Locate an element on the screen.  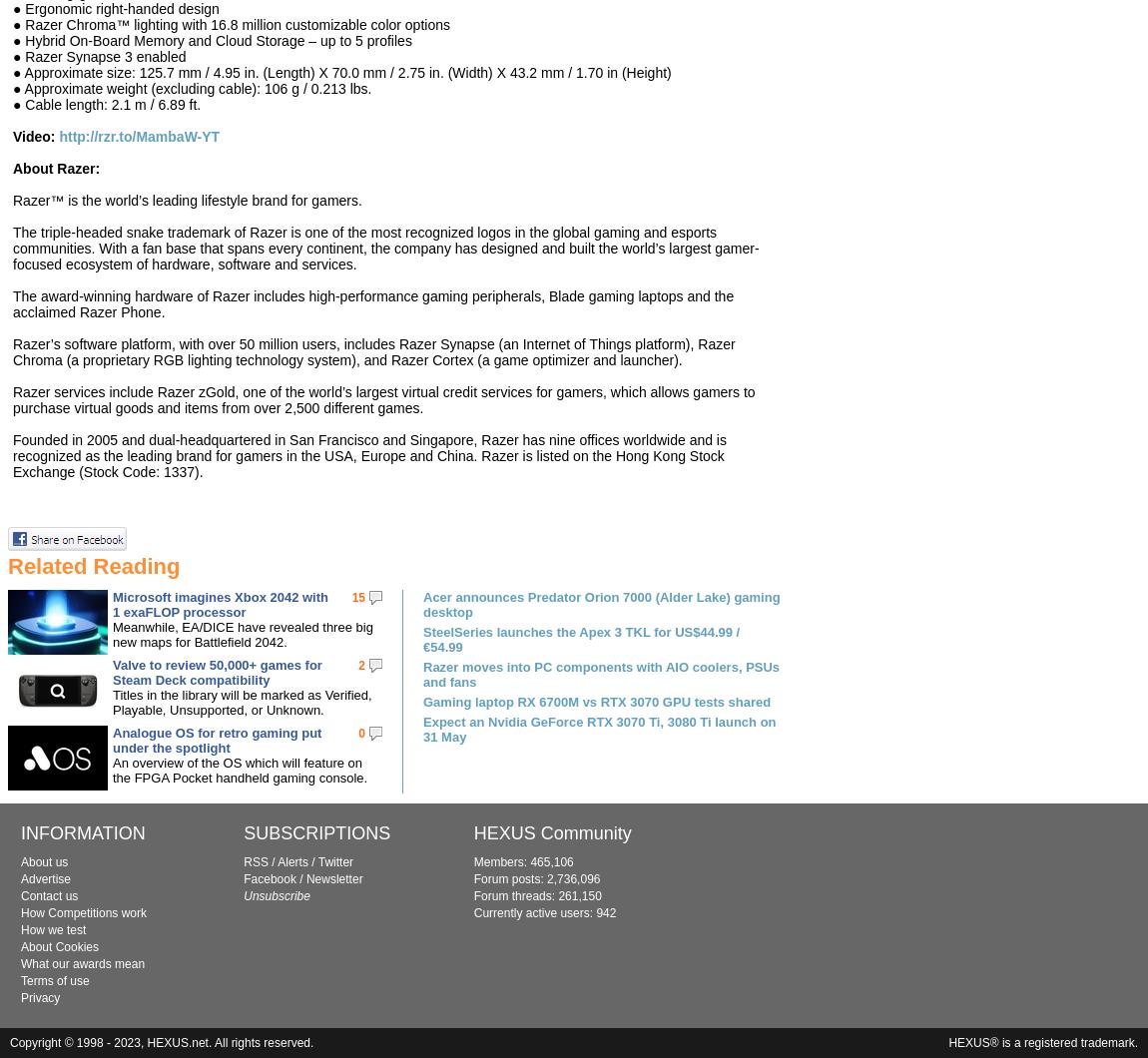
'Contact us' is located at coordinates (48, 896).